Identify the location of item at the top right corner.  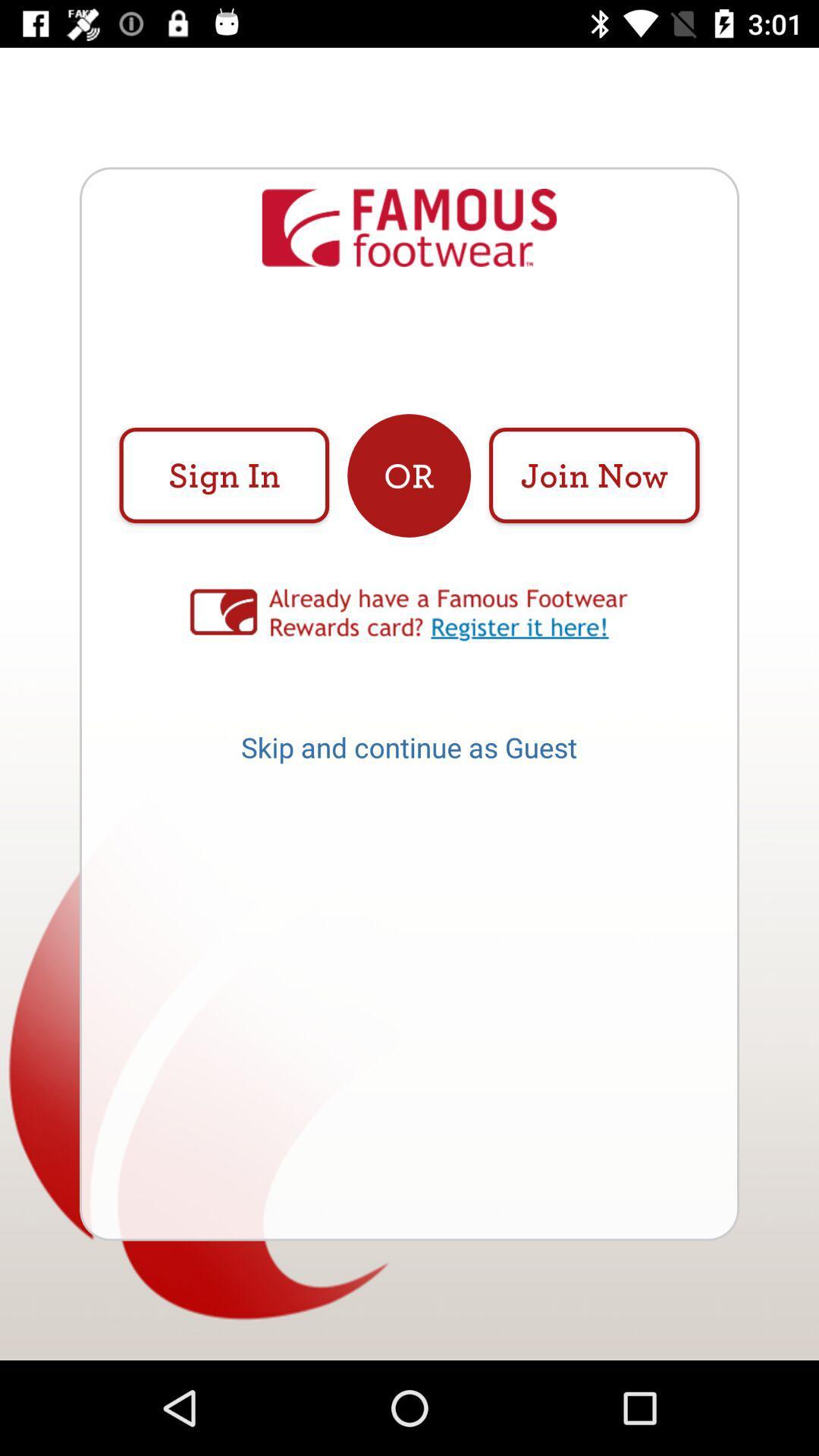
(593, 475).